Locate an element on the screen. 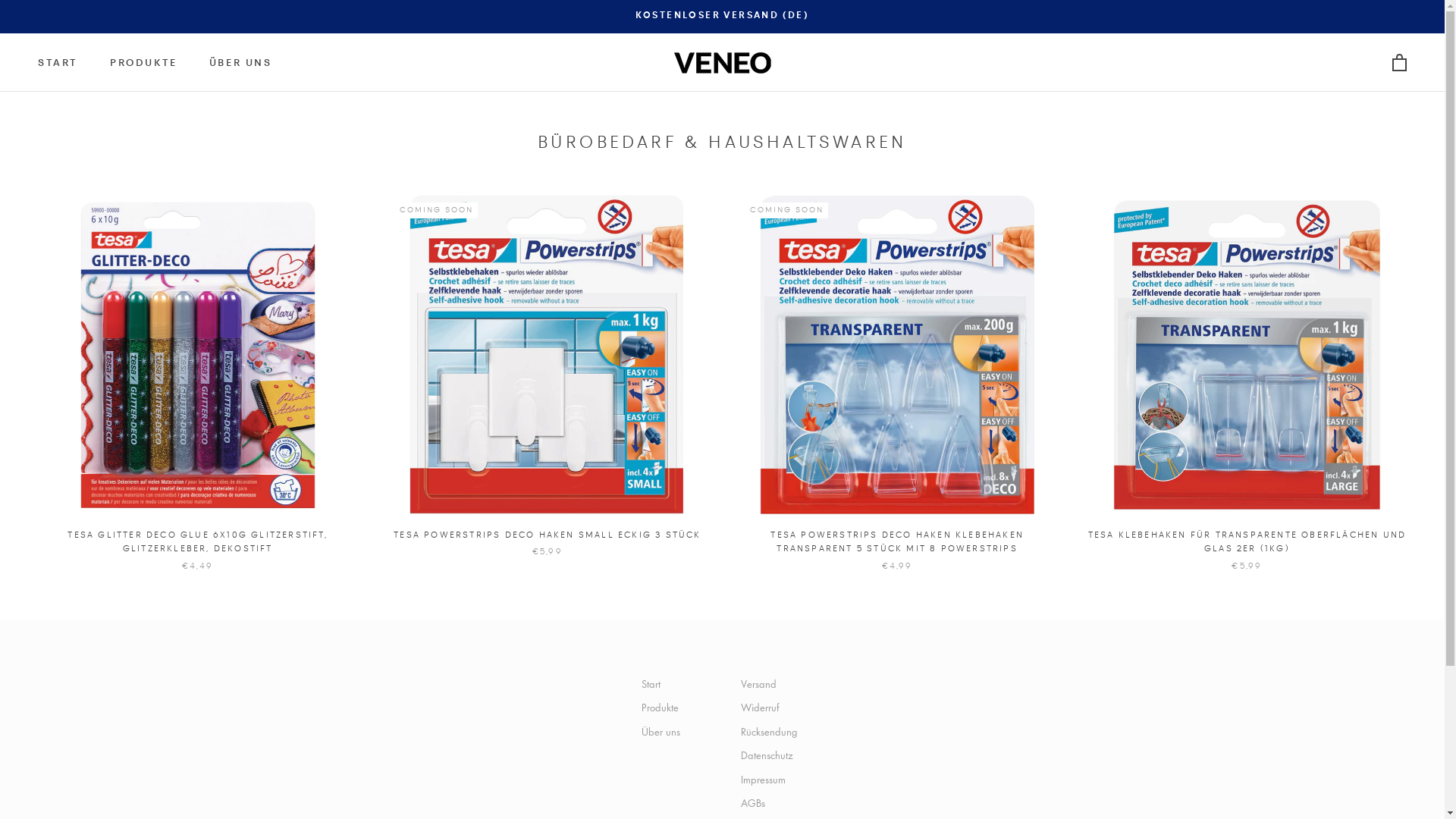  'Start' is located at coordinates (661, 684).